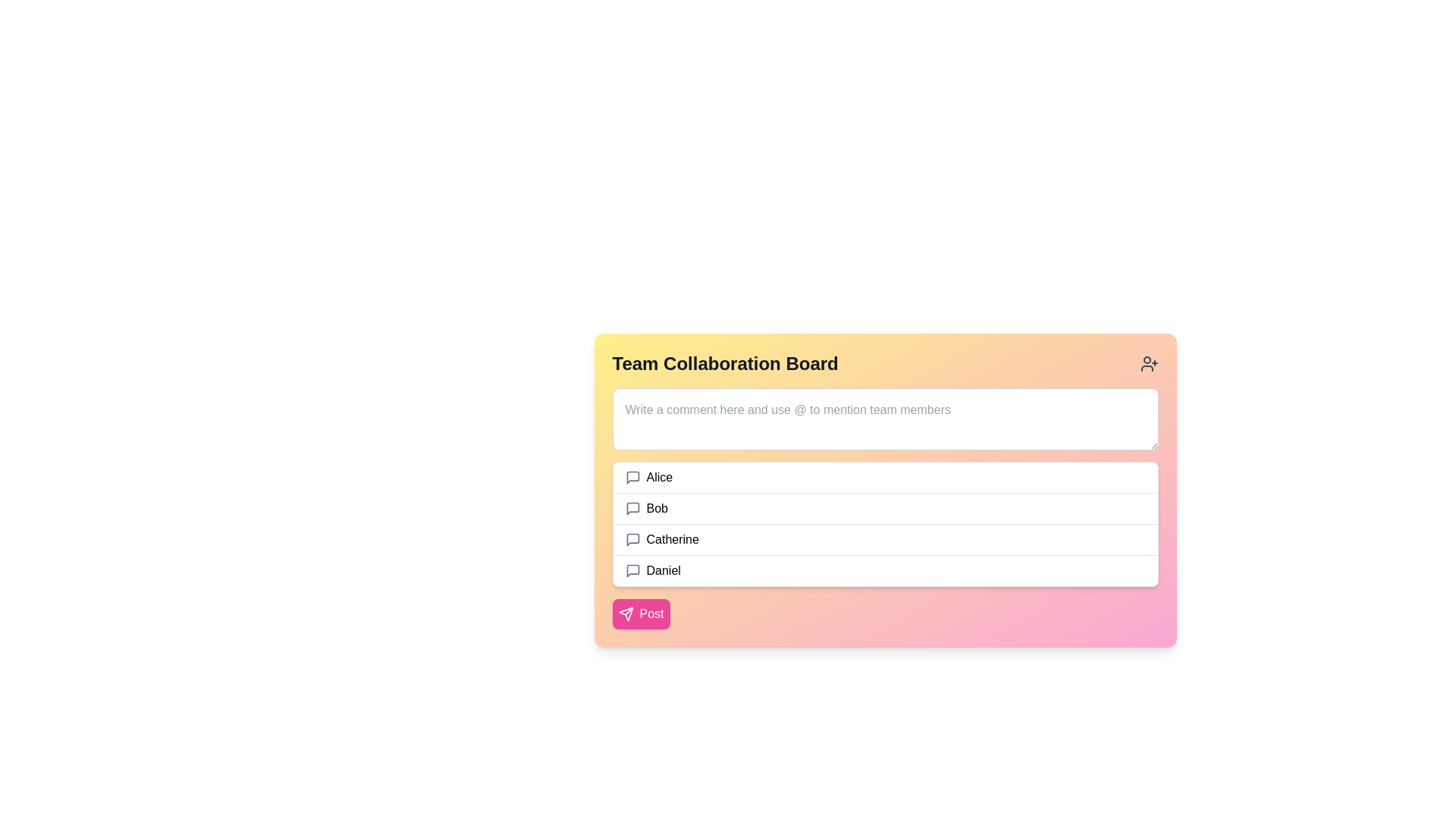  I want to click on the comment icon adjacent to the name 'Catherine' in the vertical list of user names, so click(632, 539).